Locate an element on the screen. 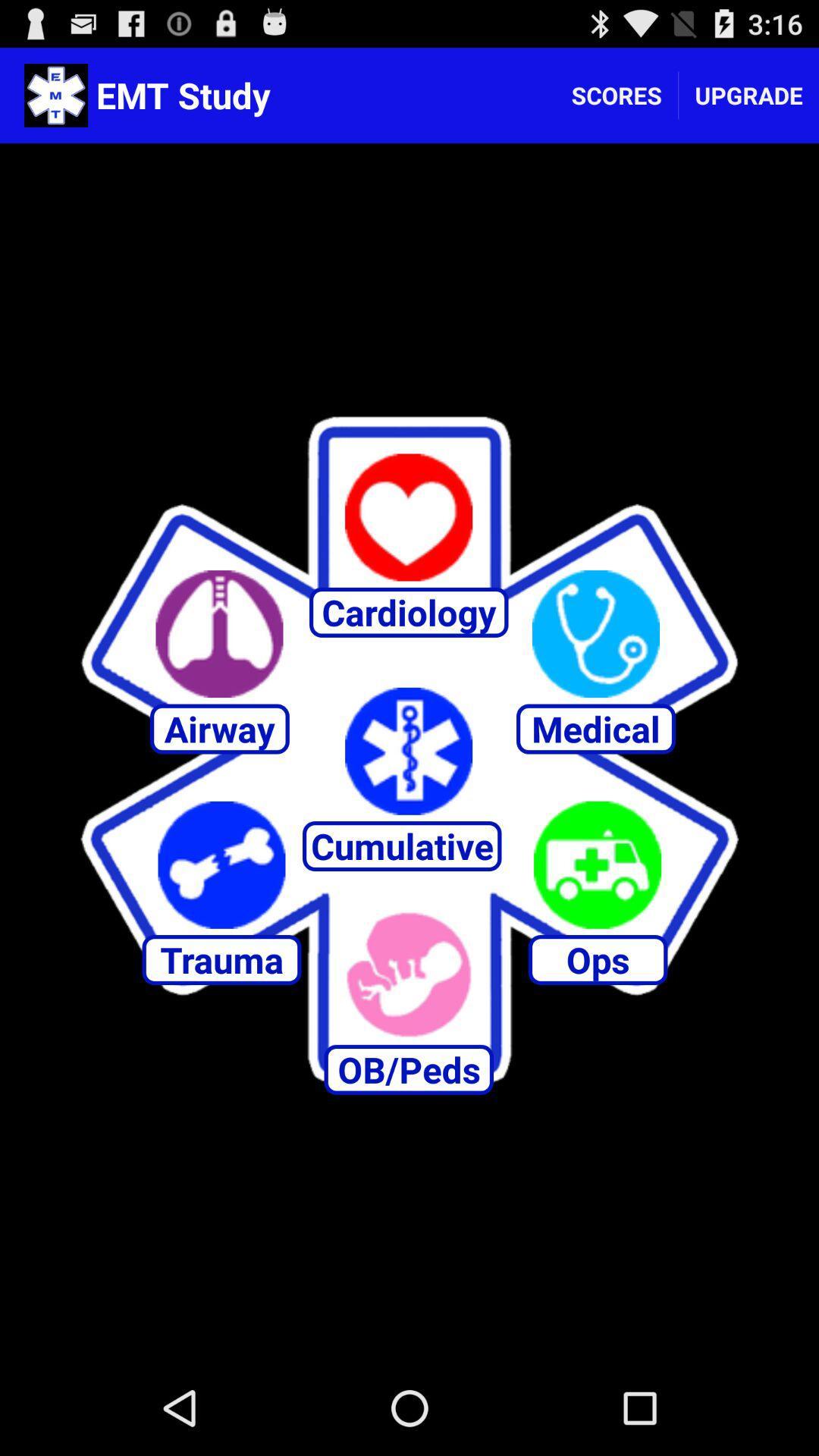 This screenshot has width=819, height=1456. open medical section is located at coordinates (595, 634).